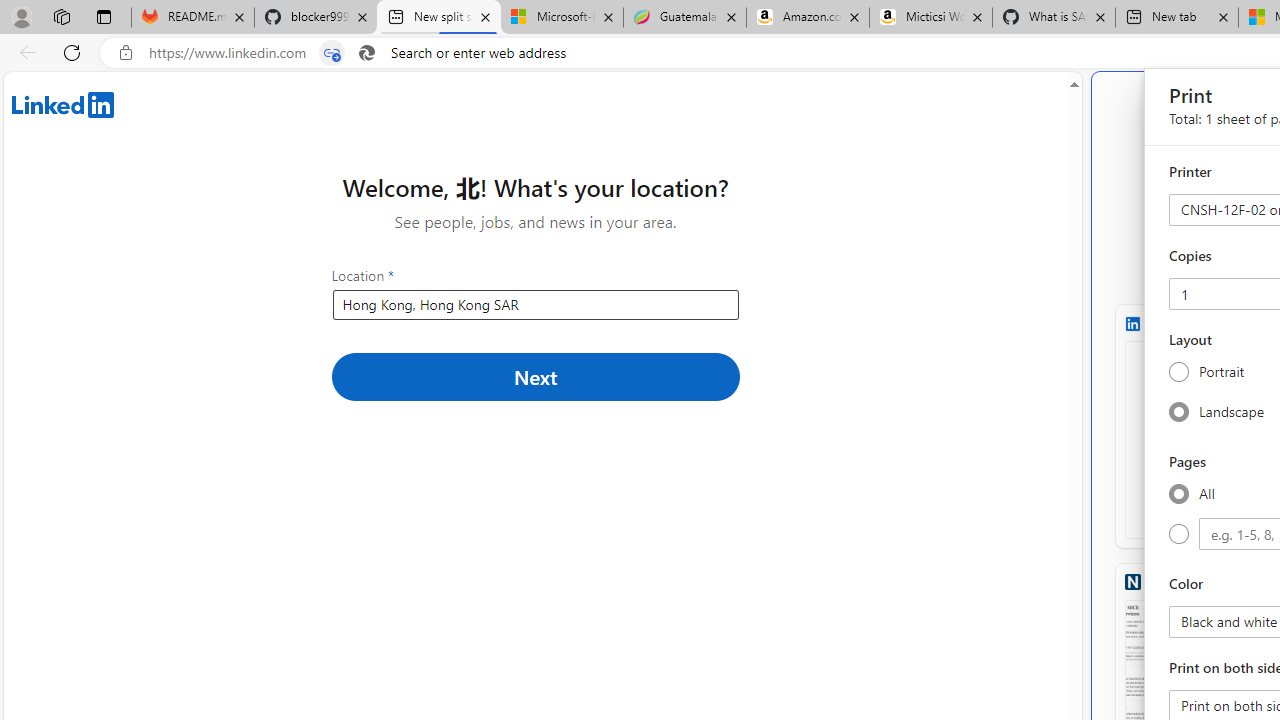  What do you see at coordinates (1178, 372) in the screenshot?
I see `'Portrait'` at bounding box center [1178, 372].